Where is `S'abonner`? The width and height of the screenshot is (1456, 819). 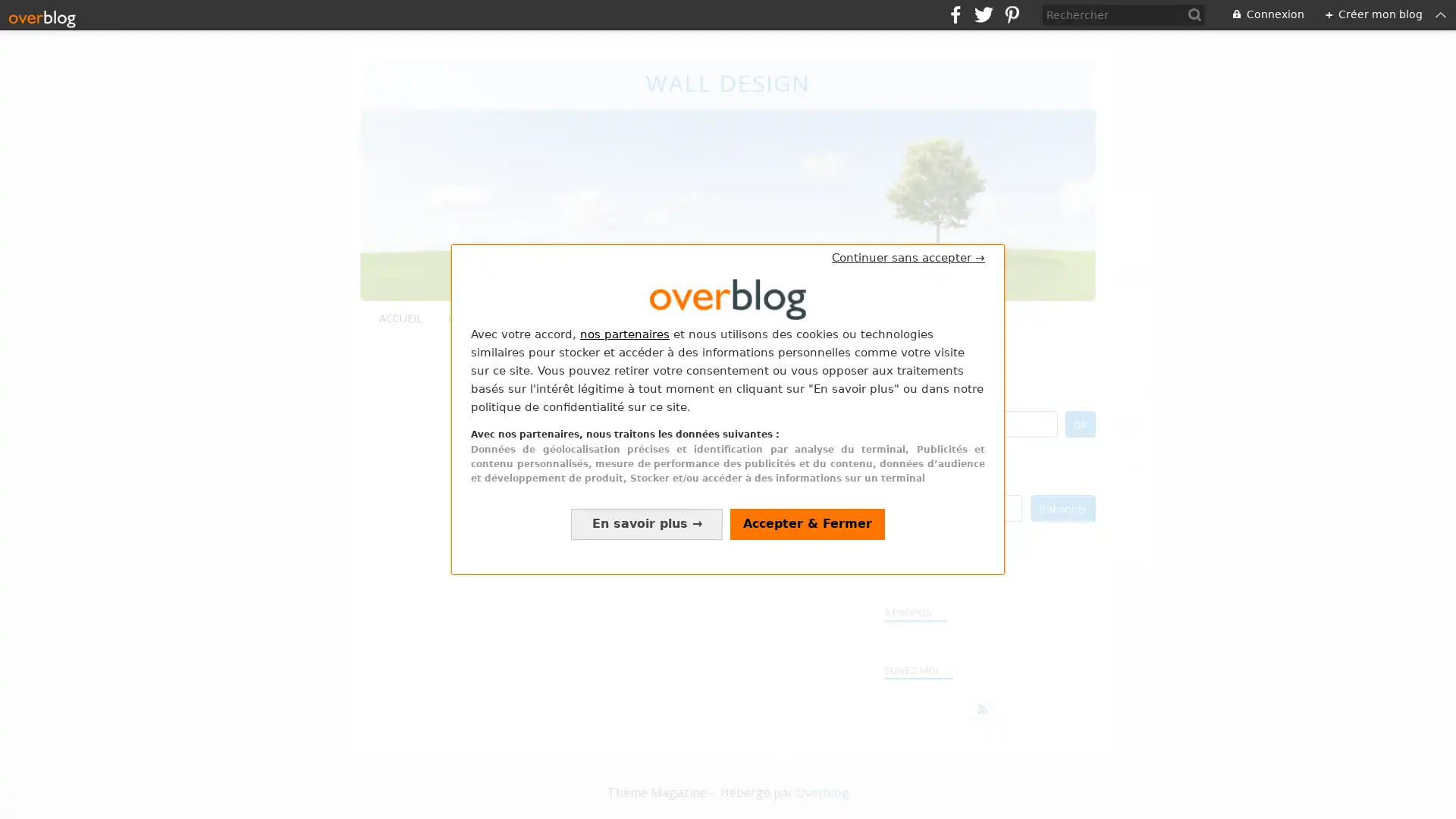 S'abonner is located at coordinates (1062, 507).